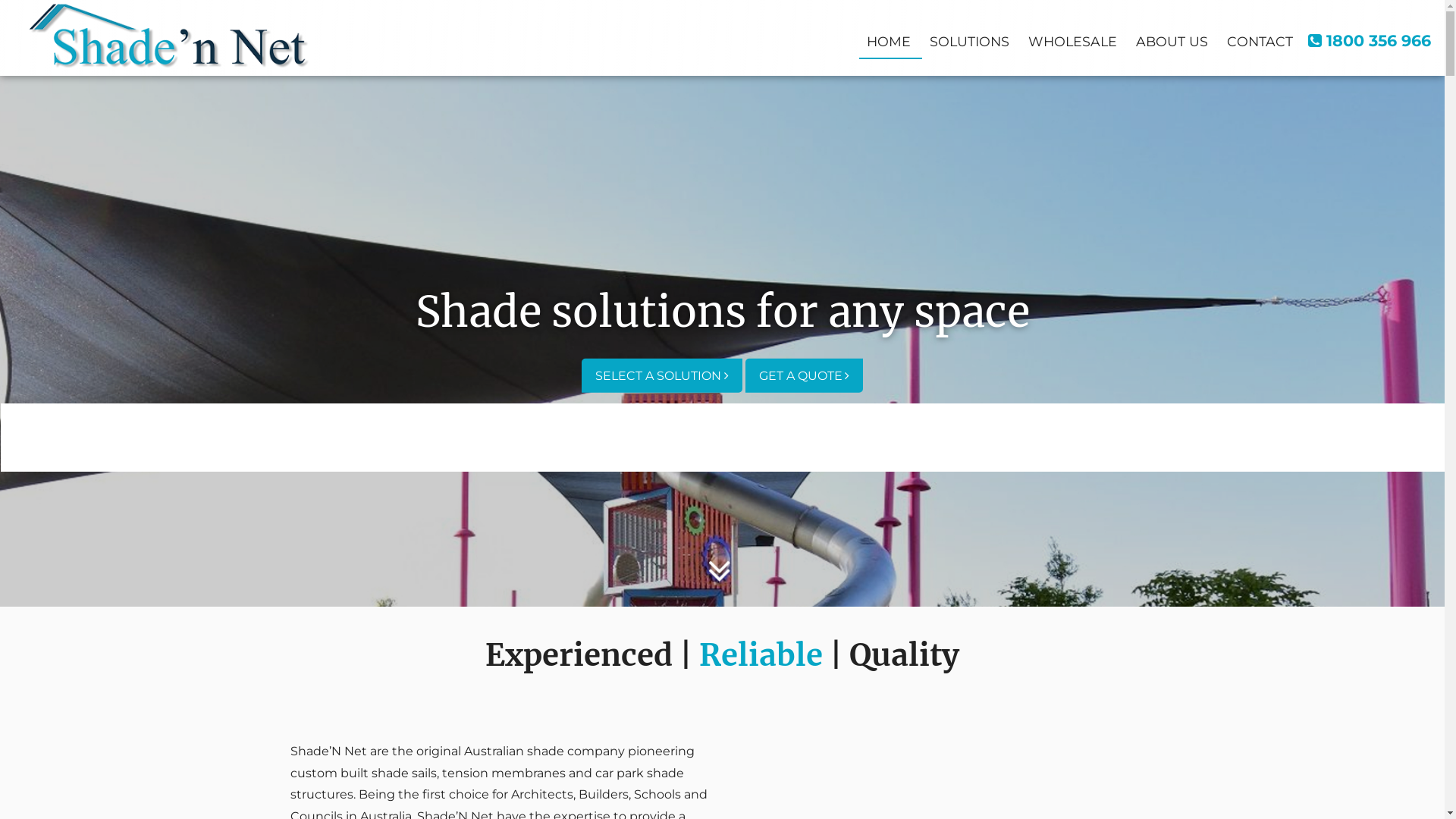  I want to click on 'ABOUT US', so click(1171, 39).